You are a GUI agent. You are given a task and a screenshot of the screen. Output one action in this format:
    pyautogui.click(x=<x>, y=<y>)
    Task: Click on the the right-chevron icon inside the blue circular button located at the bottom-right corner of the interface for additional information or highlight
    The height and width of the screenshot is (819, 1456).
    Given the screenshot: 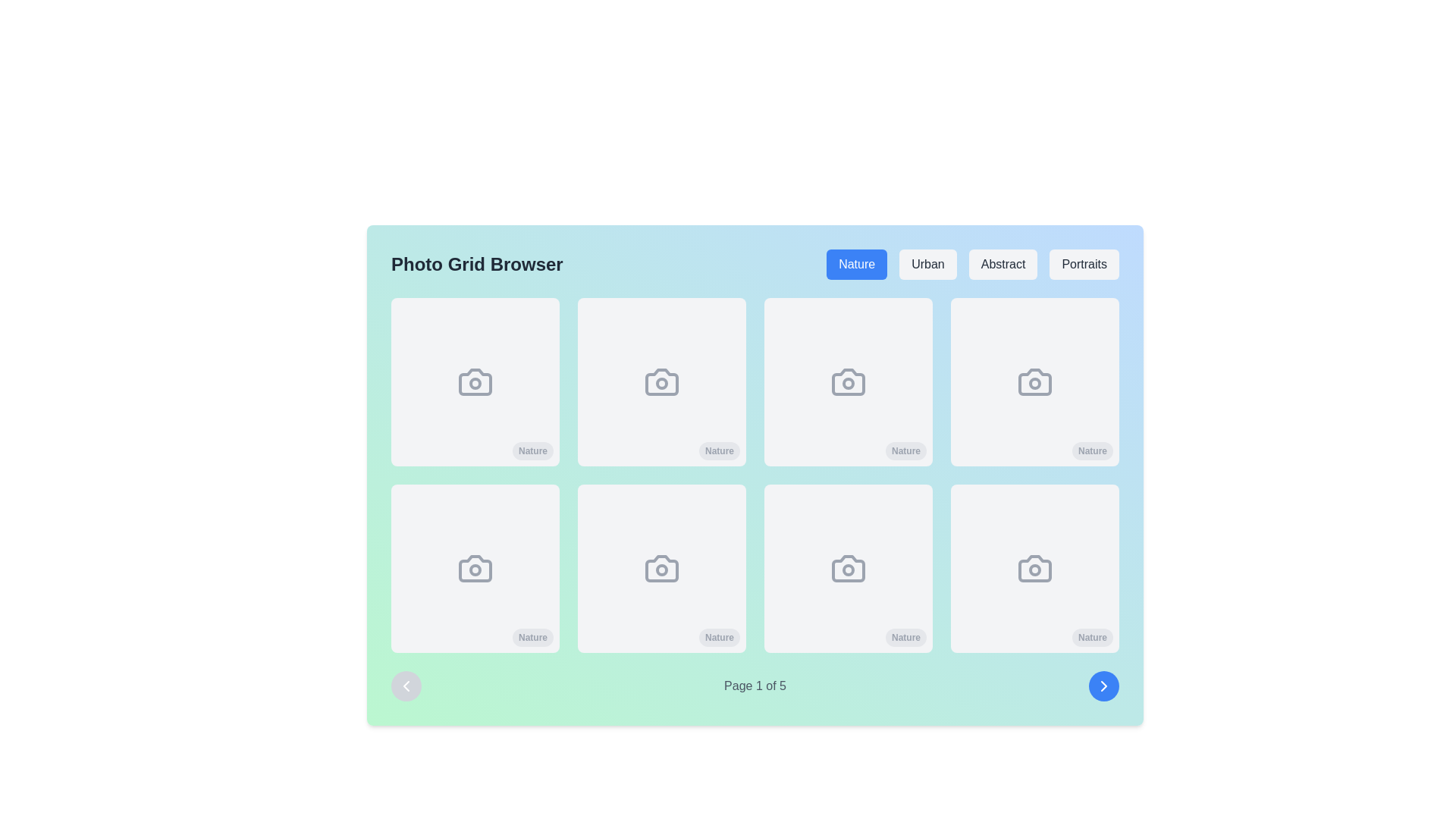 What is the action you would take?
    pyautogui.click(x=1103, y=686)
    